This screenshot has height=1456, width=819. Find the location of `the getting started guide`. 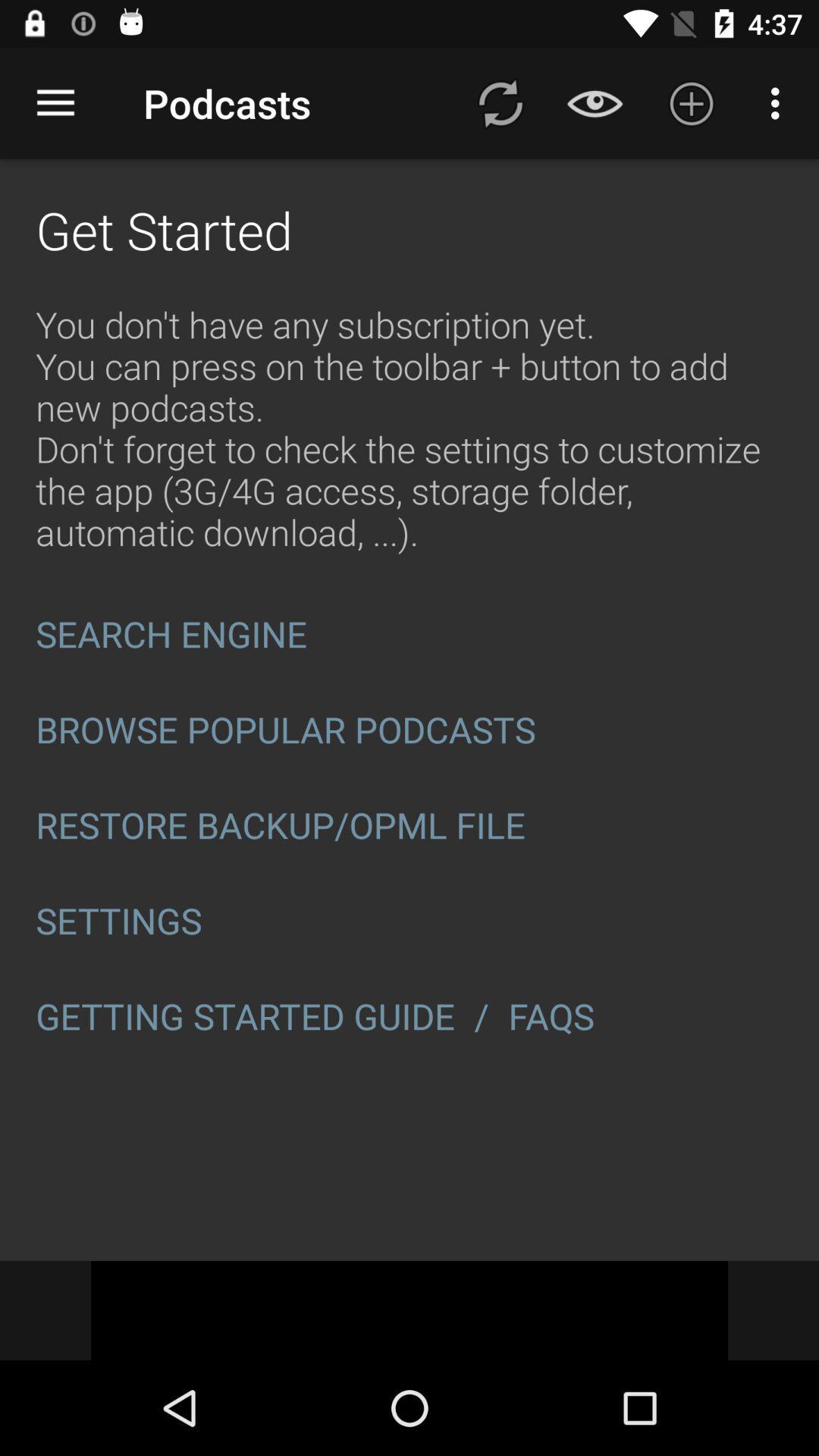

the getting started guide is located at coordinates (244, 1016).